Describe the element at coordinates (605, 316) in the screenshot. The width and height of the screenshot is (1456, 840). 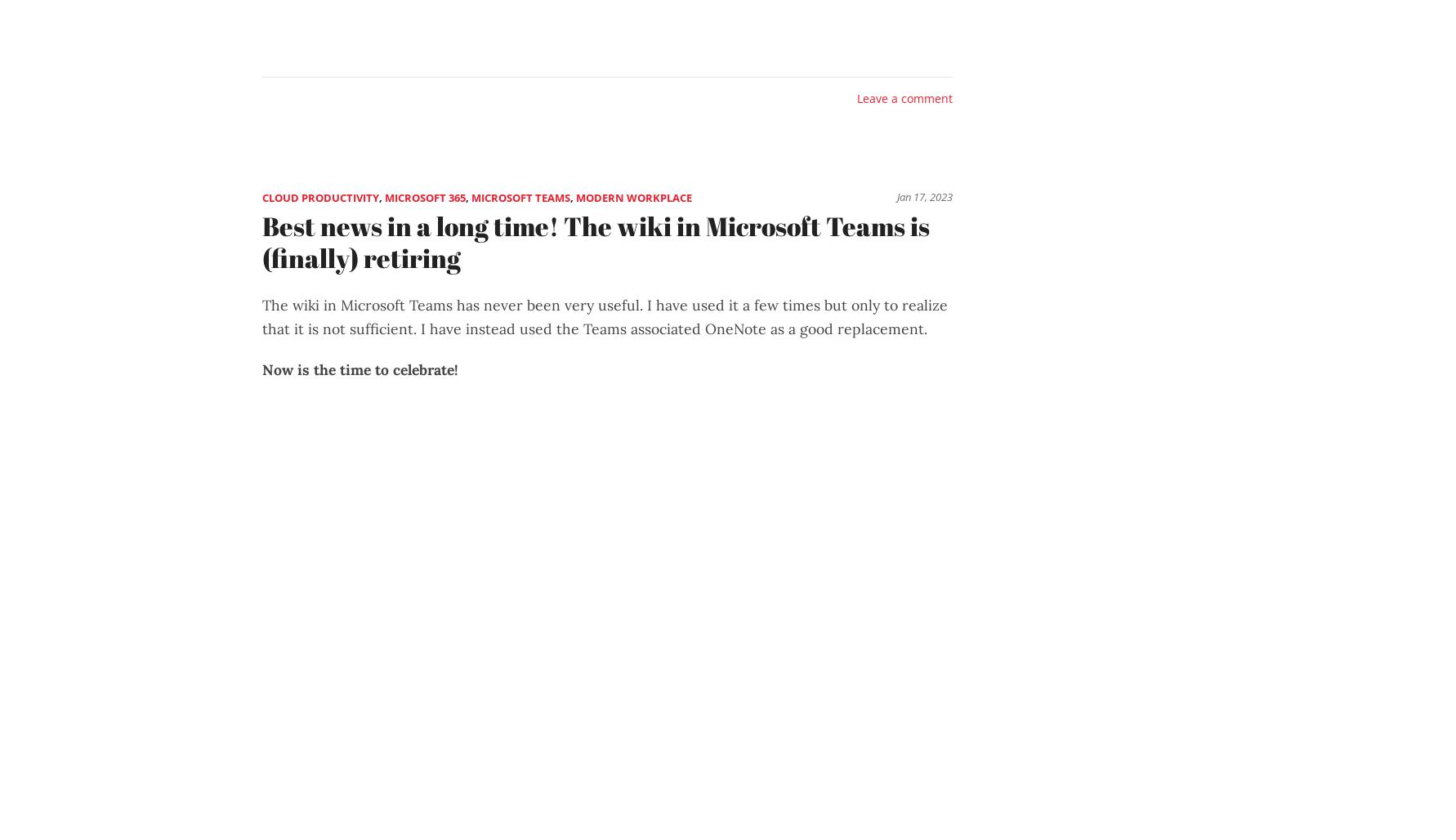
I see `'The wiki in Microsoft Teams has never been very useful. I have used it a few times but only to realize that it is not sufficient. I have instead used the Teams associated OneNote as a good replacement.'` at that location.